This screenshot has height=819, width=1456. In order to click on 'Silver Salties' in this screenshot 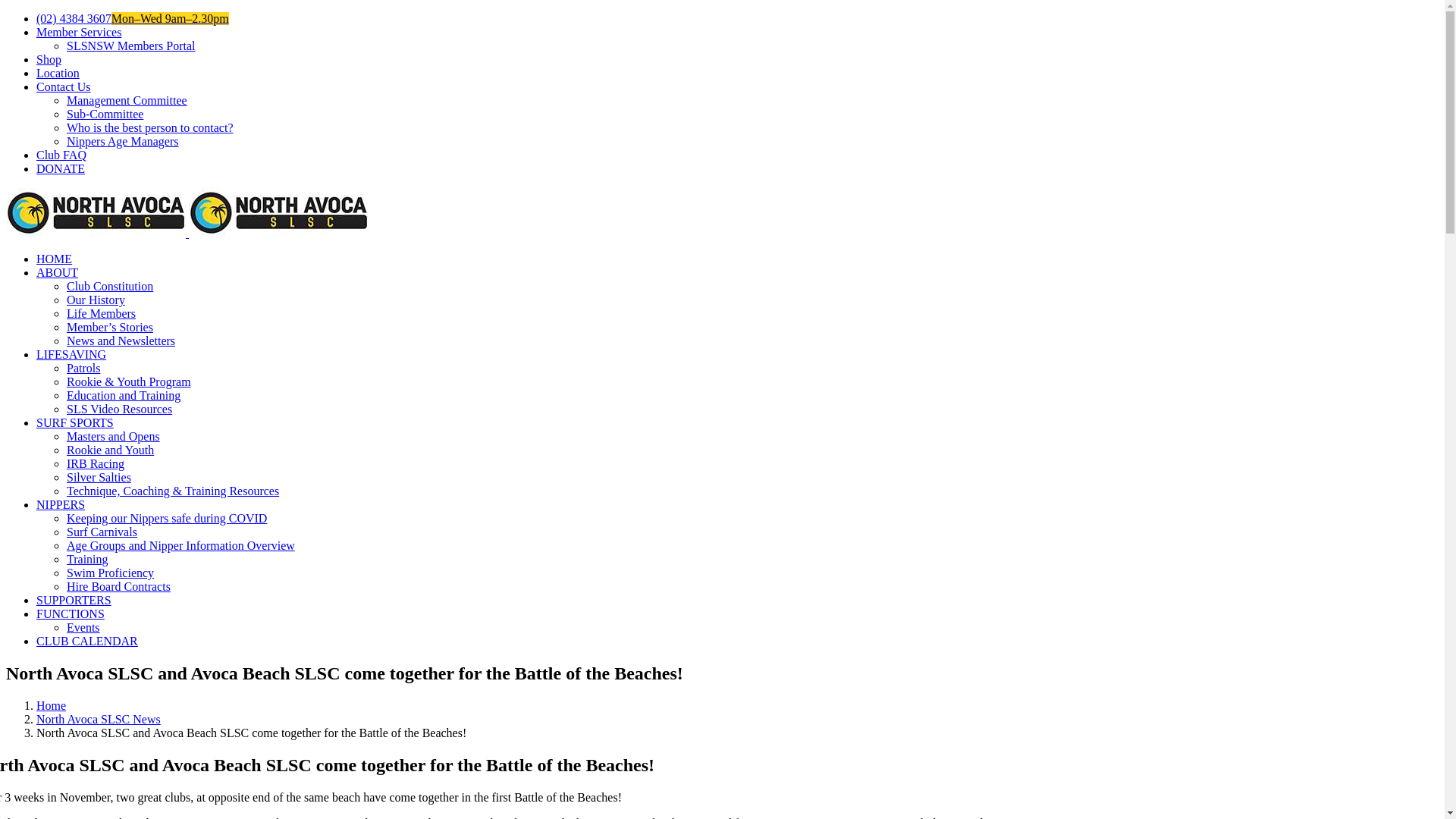, I will do `click(98, 476)`.